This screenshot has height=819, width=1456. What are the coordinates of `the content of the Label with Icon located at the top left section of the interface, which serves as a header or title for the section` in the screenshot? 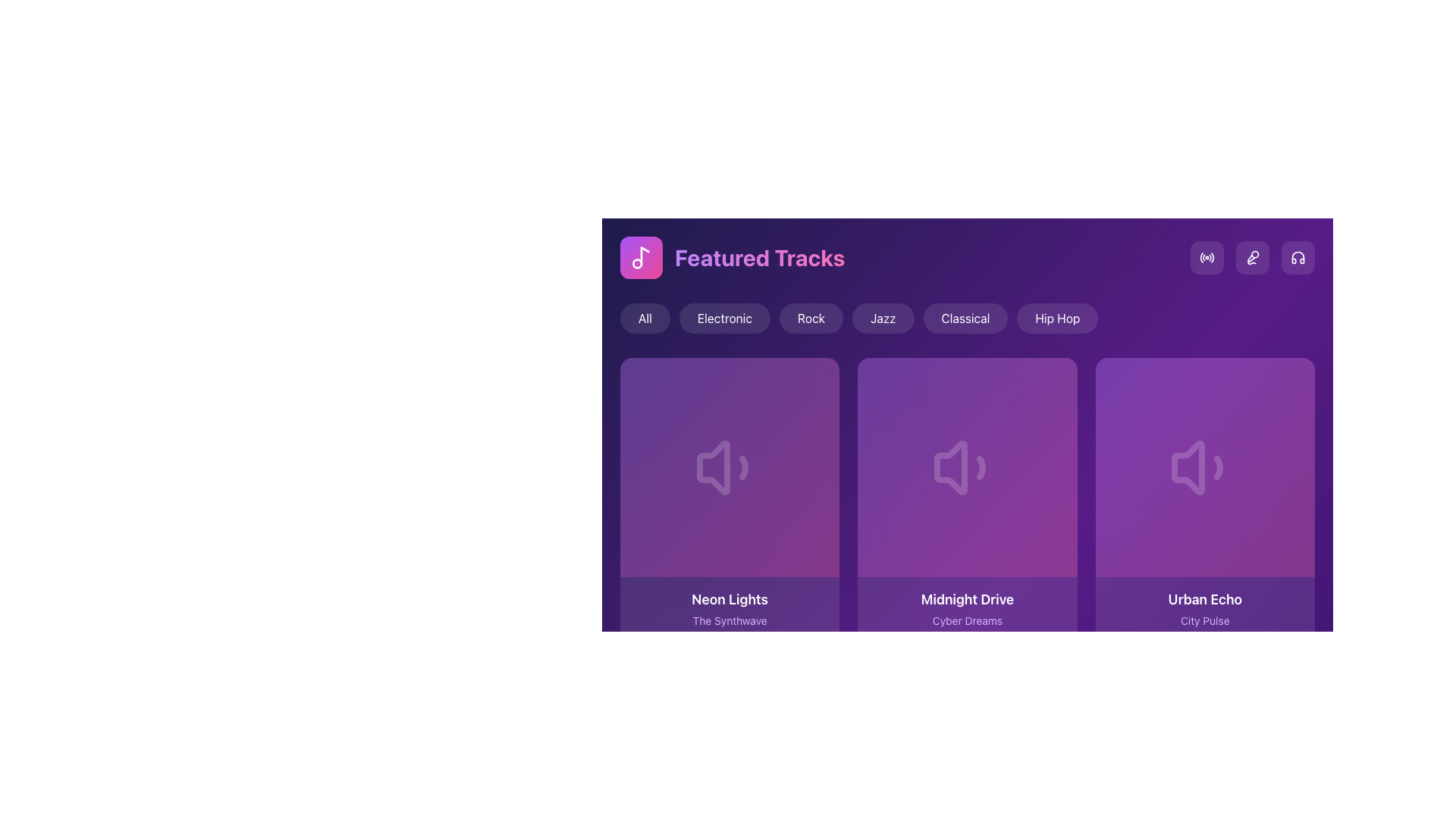 It's located at (733, 256).